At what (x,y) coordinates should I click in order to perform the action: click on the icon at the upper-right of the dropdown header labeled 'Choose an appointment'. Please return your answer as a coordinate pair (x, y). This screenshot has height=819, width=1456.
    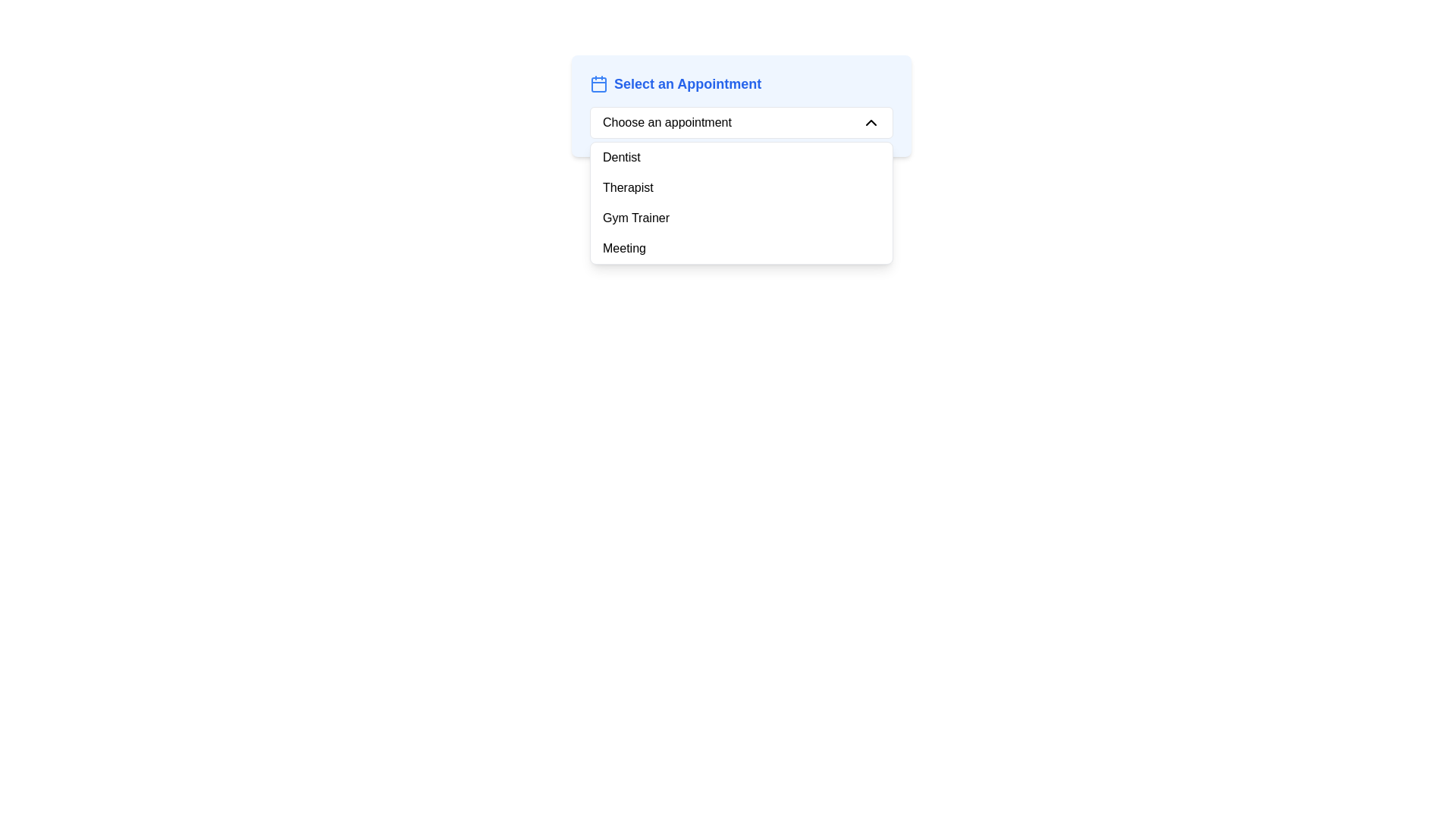
    Looking at the image, I should click on (871, 122).